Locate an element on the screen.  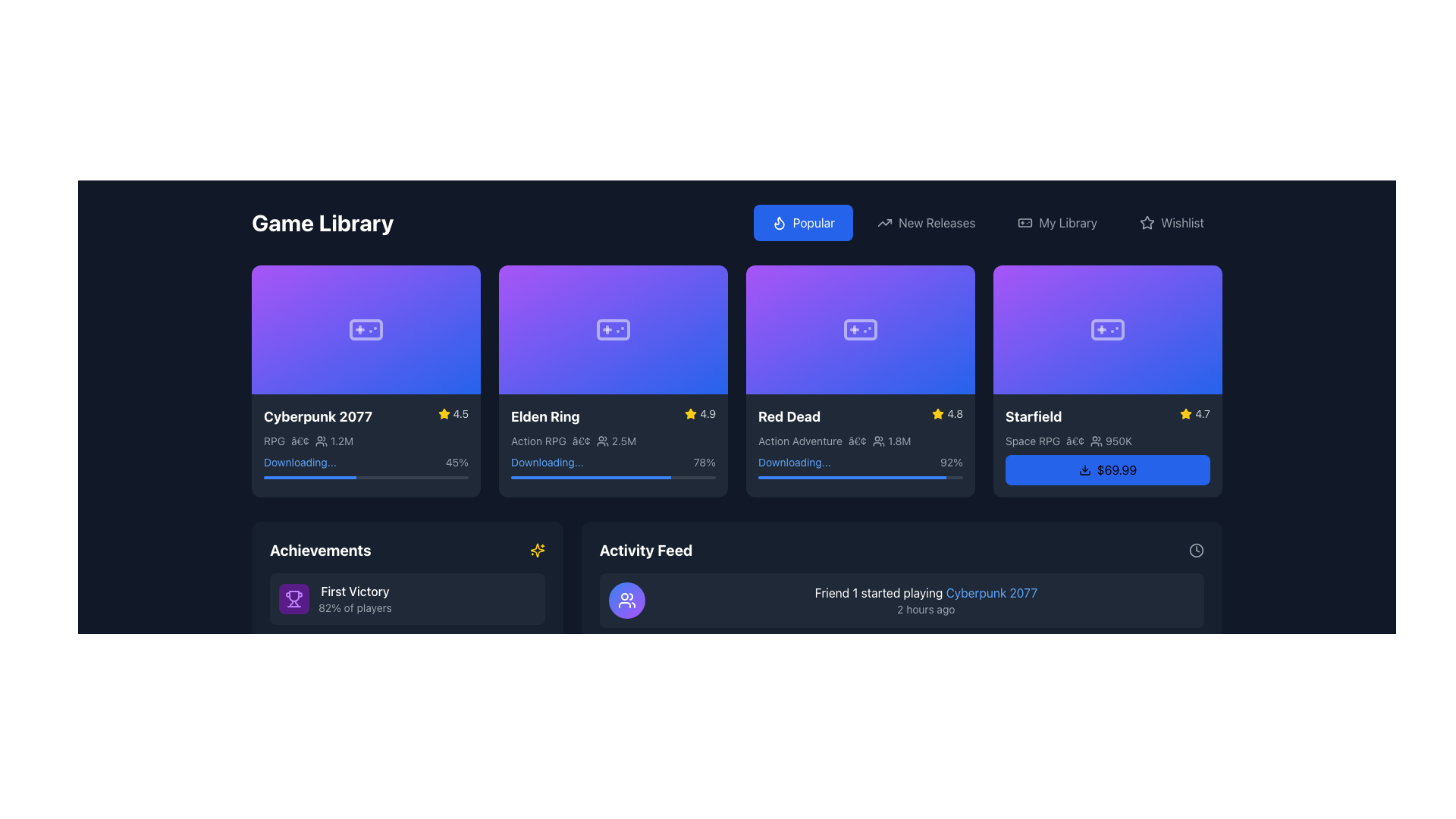
the numeric rating display for the 'Starfield' card item, located to the right of the star icon in the 'Game Library' section is located at coordinates (1202, 413).